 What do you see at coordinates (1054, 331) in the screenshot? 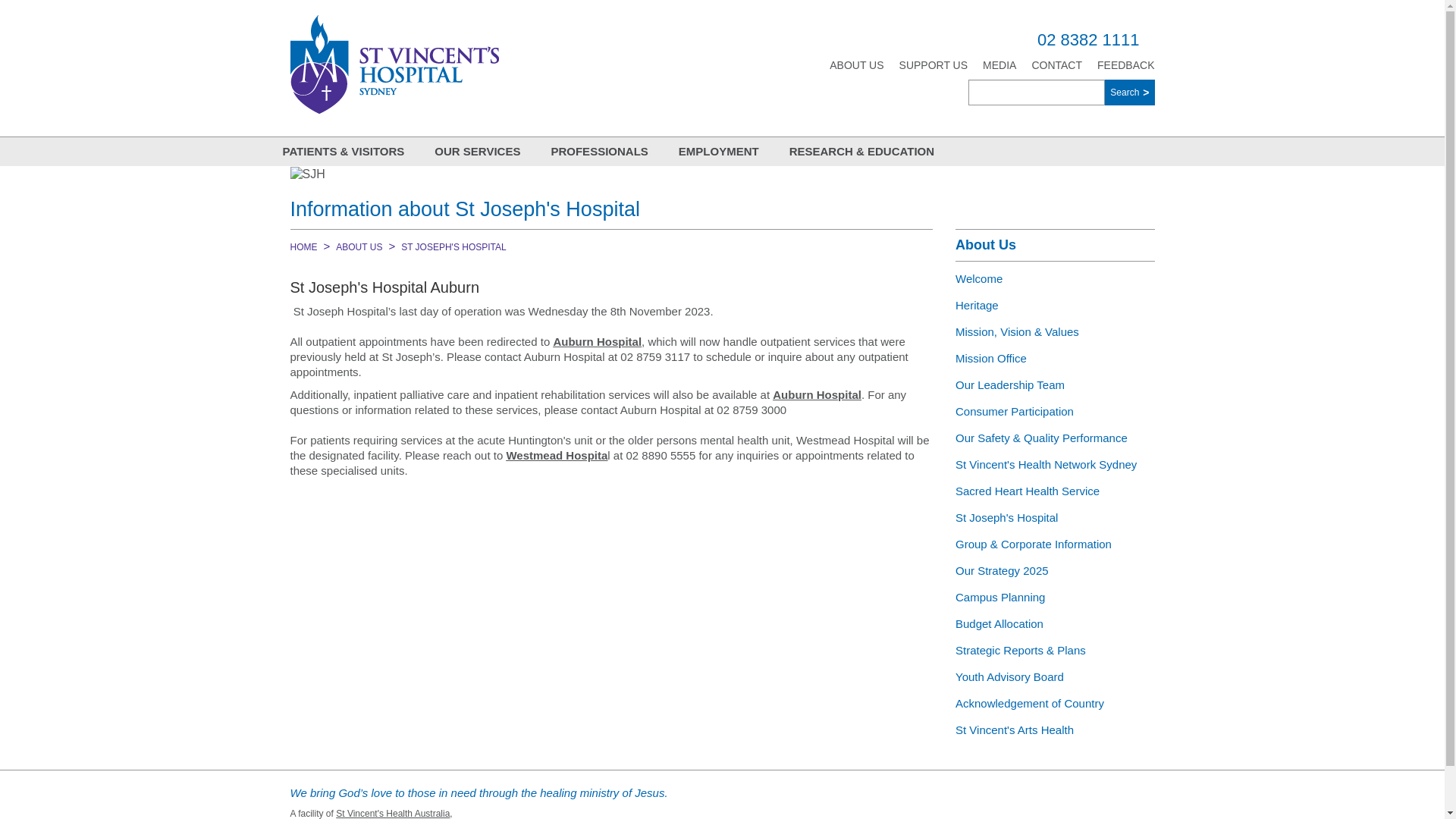
I see `'Mission, Vision & Values'` at bounding box center [1054, 331].